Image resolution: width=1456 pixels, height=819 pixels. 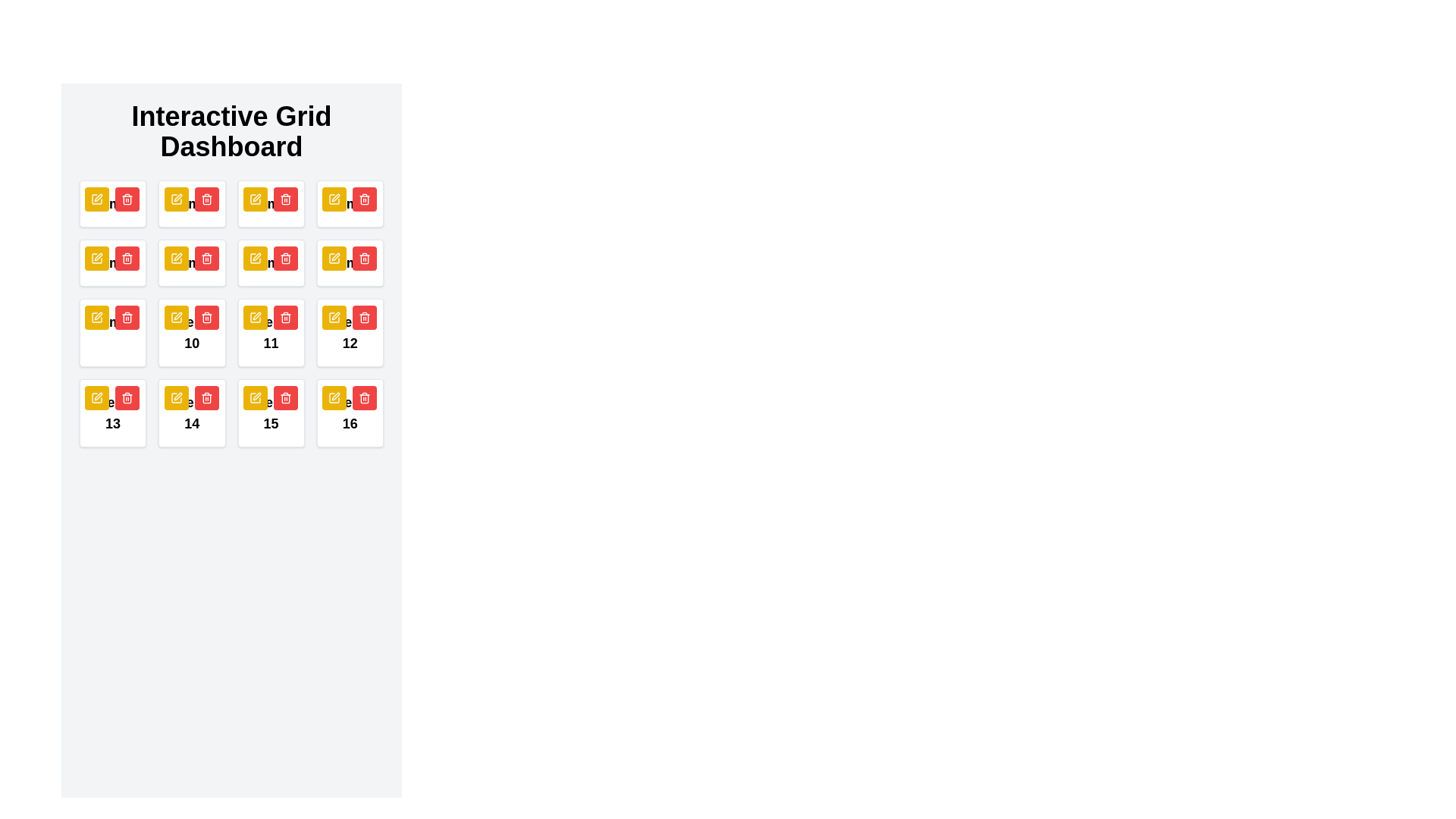 I want to click on the 'Edit' button located at the top-left corner of the card labeled '5', so click(x=96, y=257).